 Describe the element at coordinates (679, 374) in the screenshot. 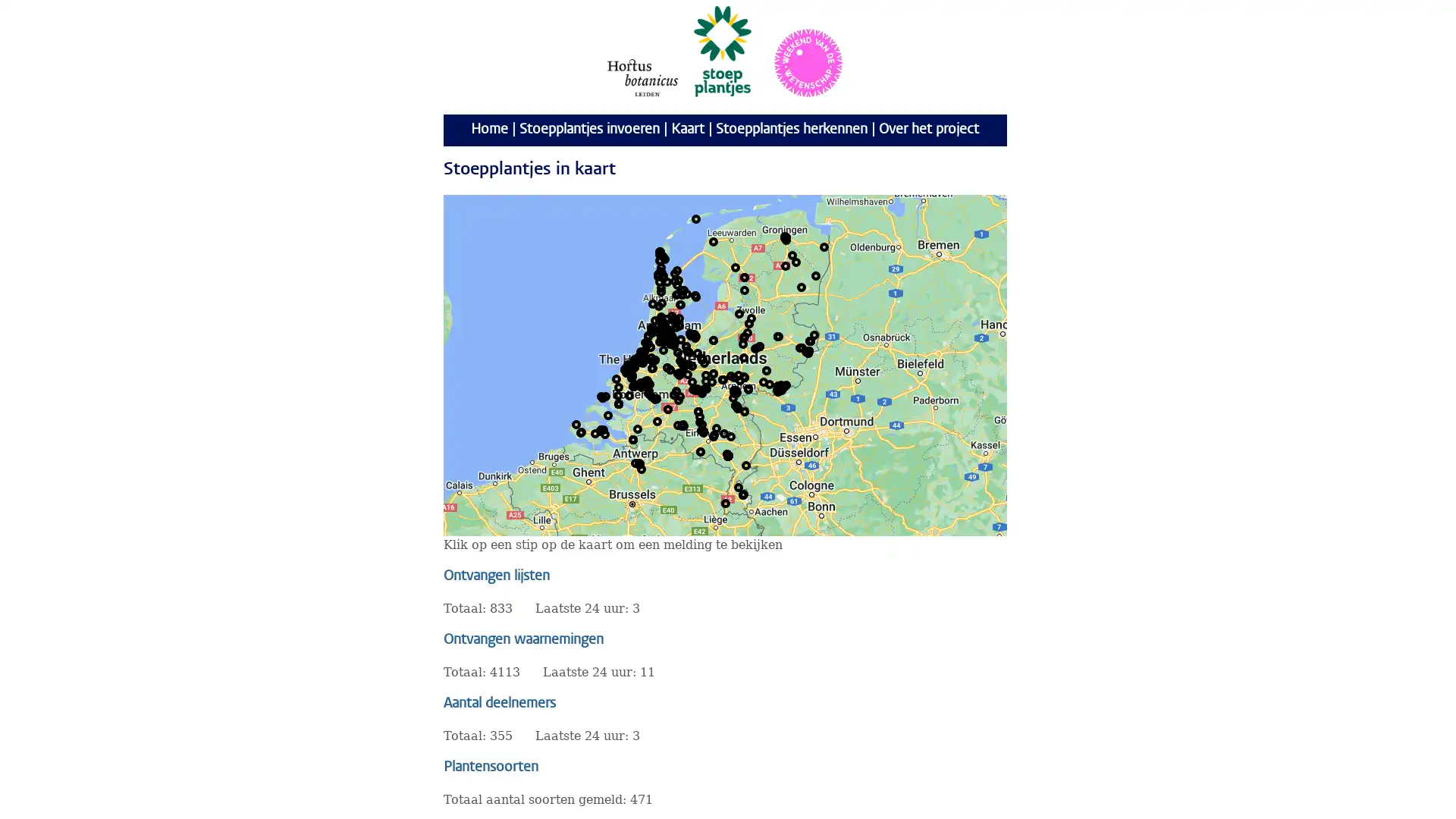

I see `Telling van Richard Janzen op 19 mei 2022` at that location.